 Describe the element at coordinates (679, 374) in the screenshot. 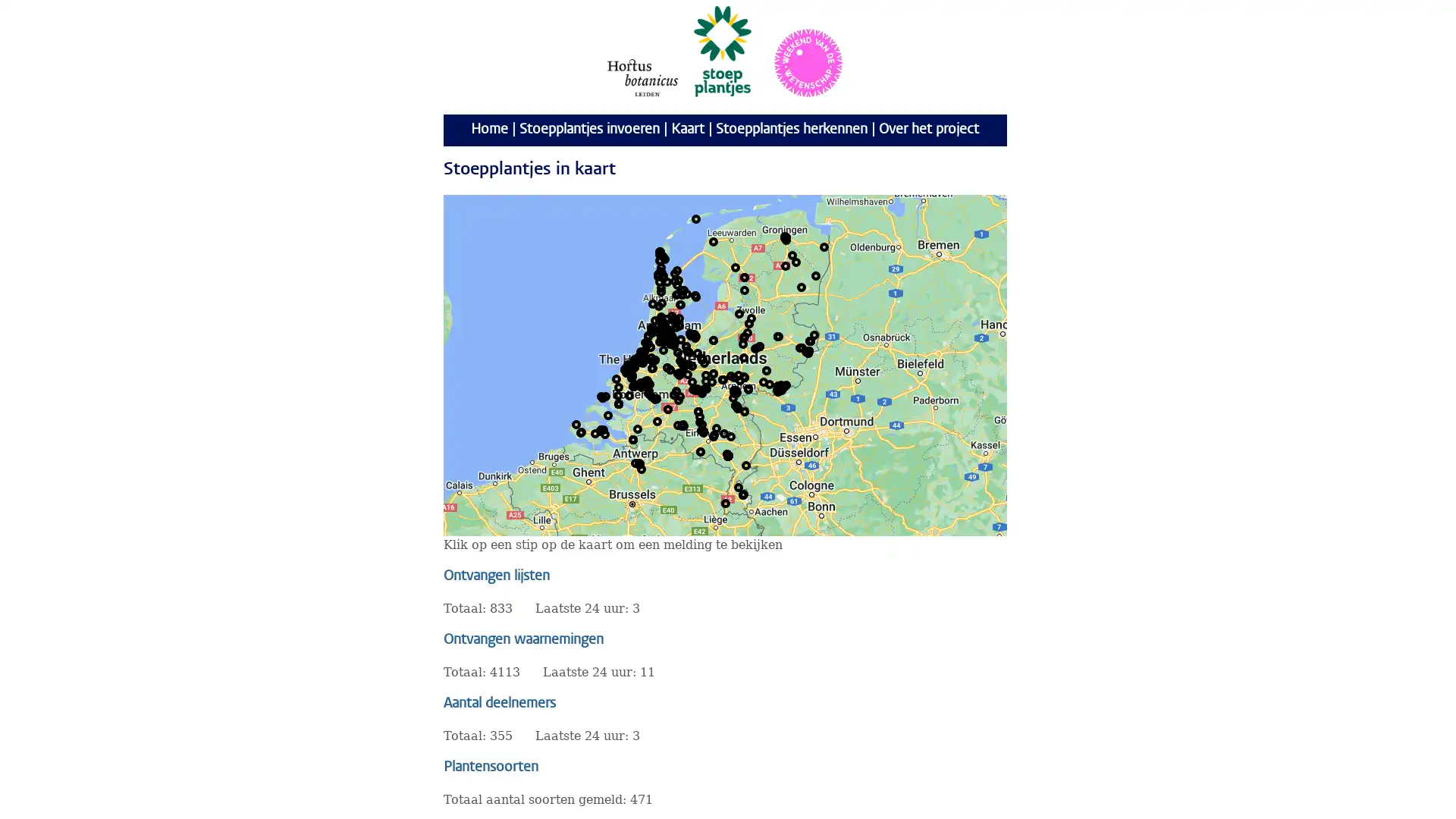

I see `Telling van Richard Janzen op 19 mei 2022` at that location.